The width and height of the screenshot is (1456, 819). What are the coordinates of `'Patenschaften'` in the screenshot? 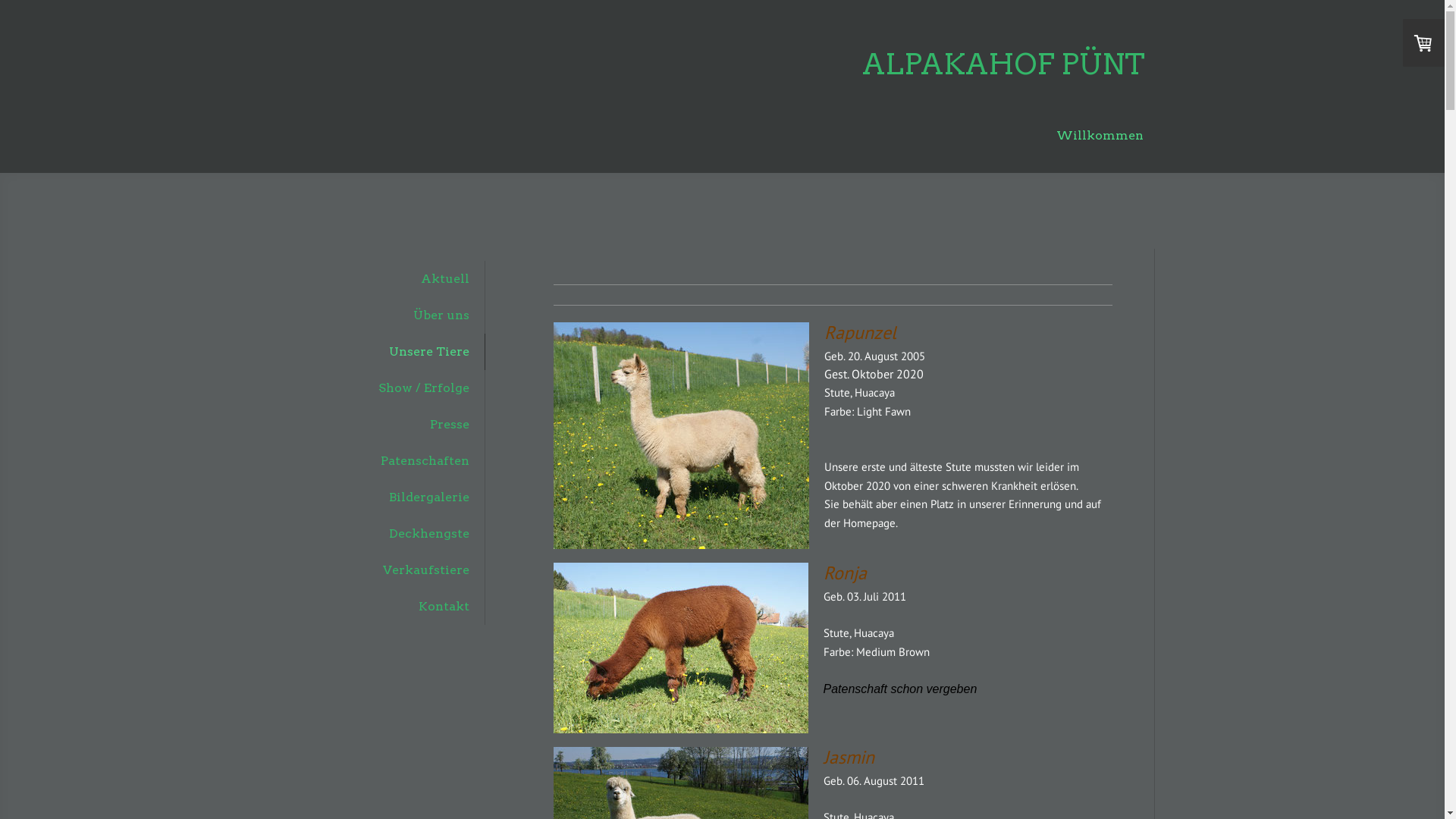 It's located at (403, 460).